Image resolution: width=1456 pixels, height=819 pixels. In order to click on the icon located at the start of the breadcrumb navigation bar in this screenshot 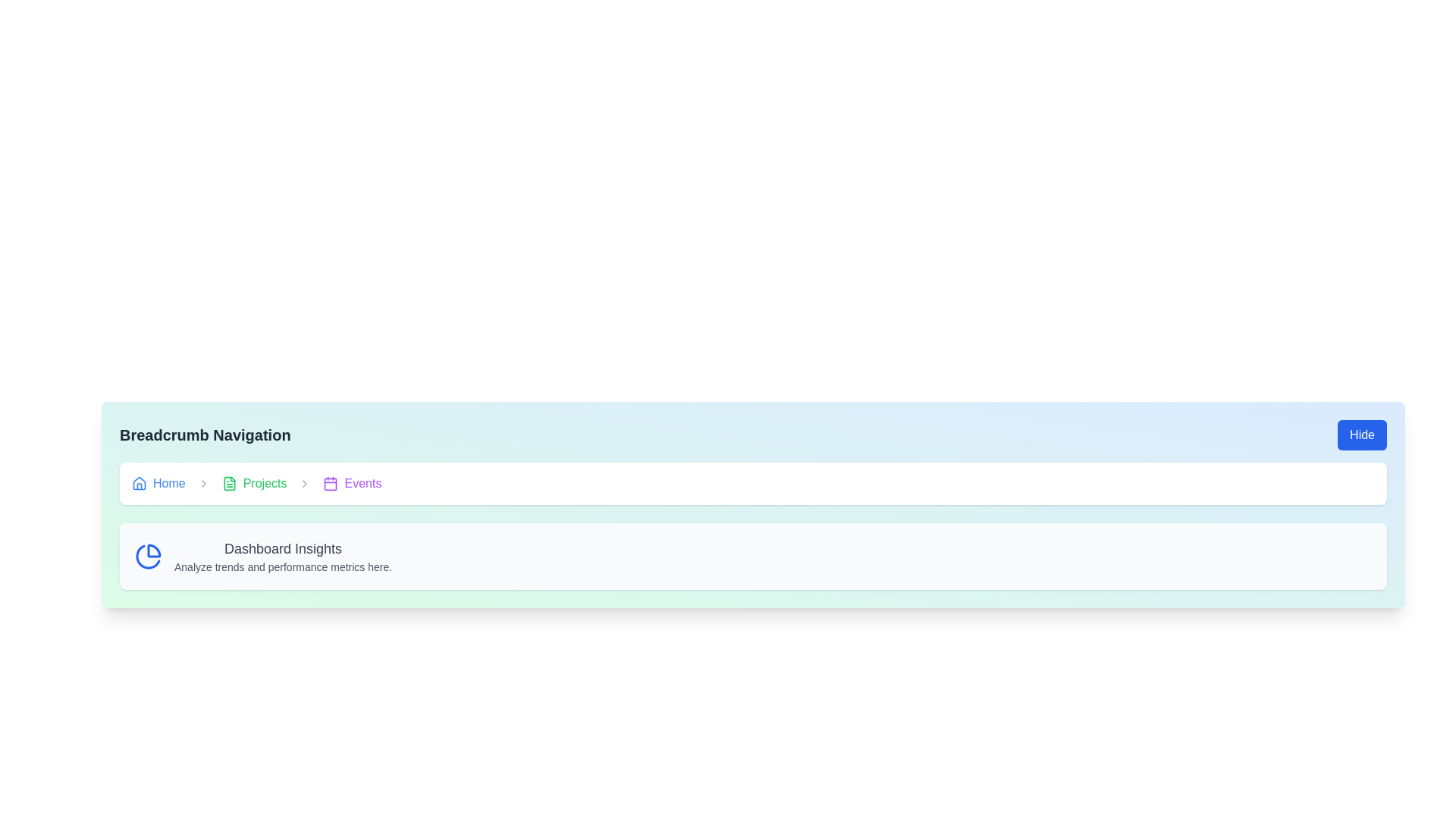, I will do `click(139, 483)`.